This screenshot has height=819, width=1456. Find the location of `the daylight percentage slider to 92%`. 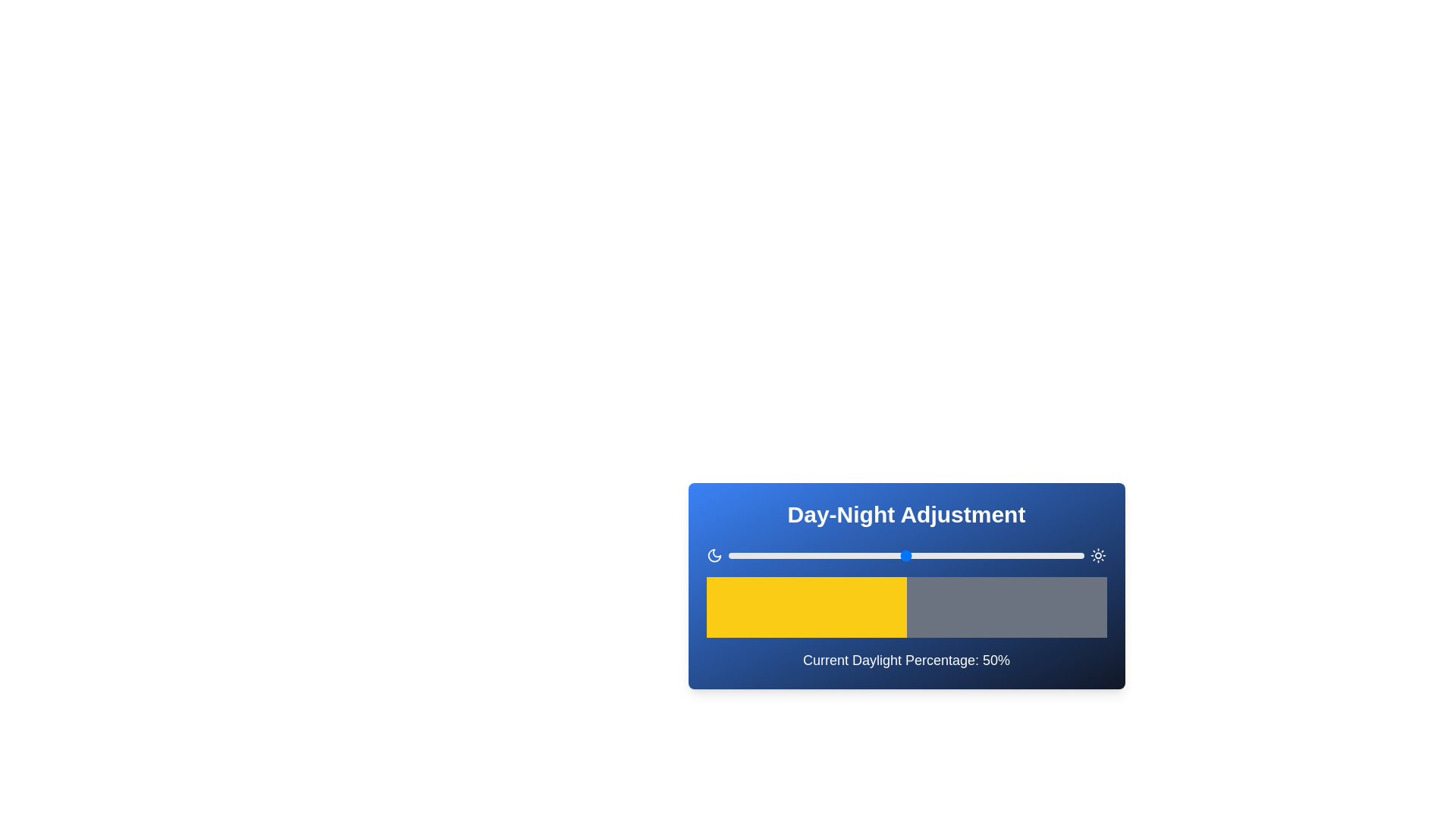

the daylight percentage slider to 92% is located at coordinates (1055, 555).